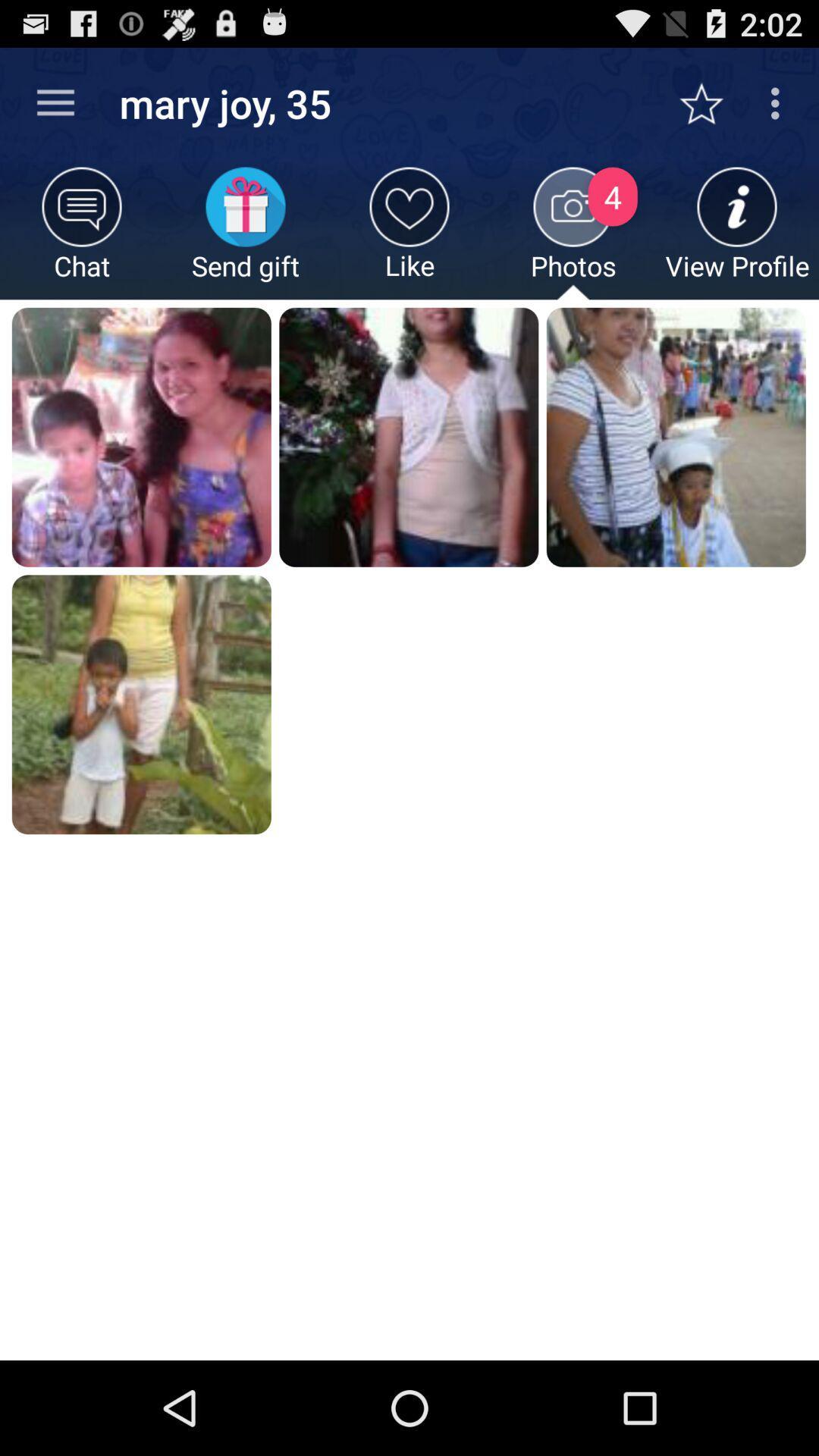 The image size is (819, 1456). I want to click on icon next to the send gift, so click(82, 232).